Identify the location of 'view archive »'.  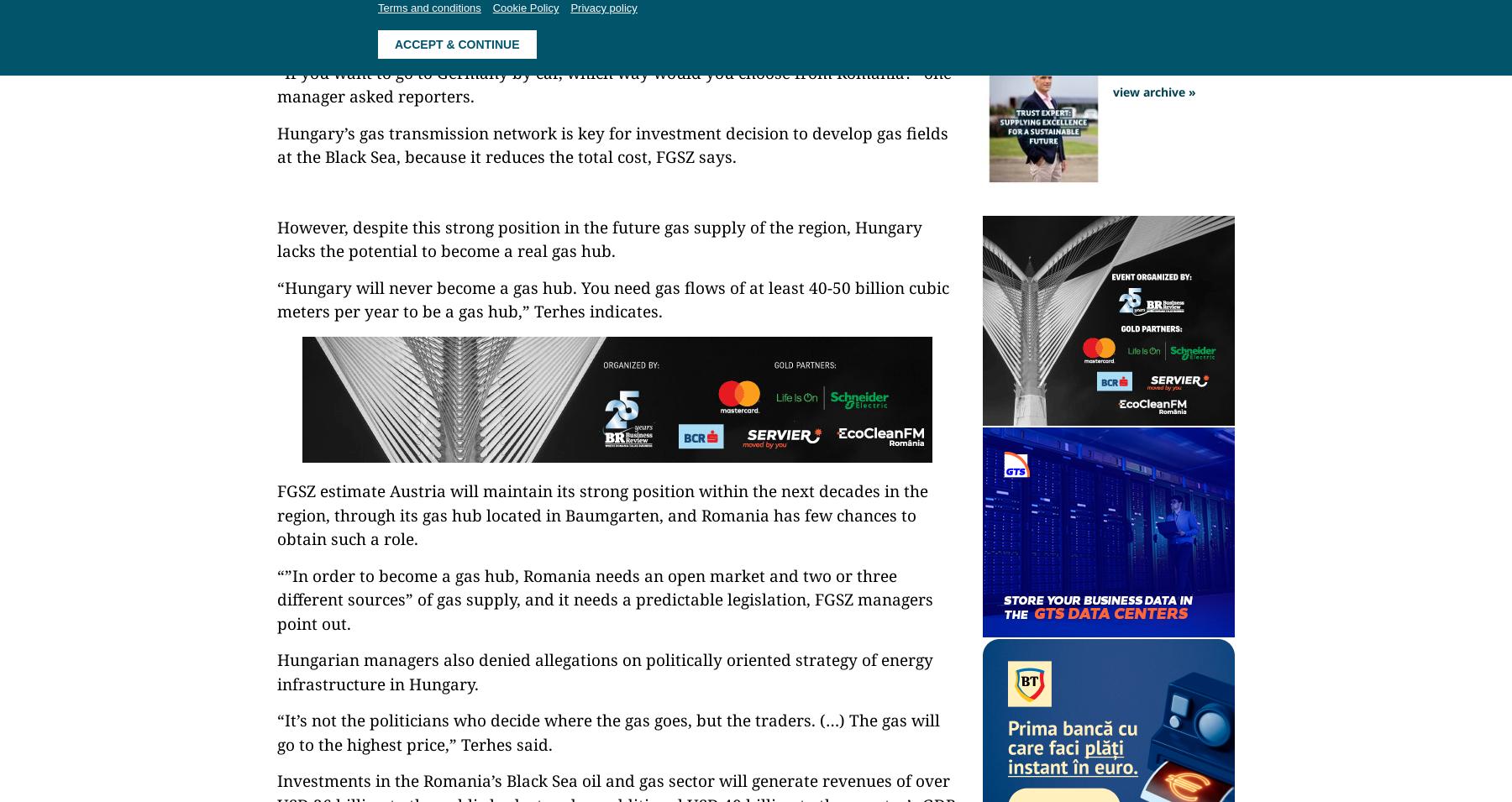
(1153, 90).